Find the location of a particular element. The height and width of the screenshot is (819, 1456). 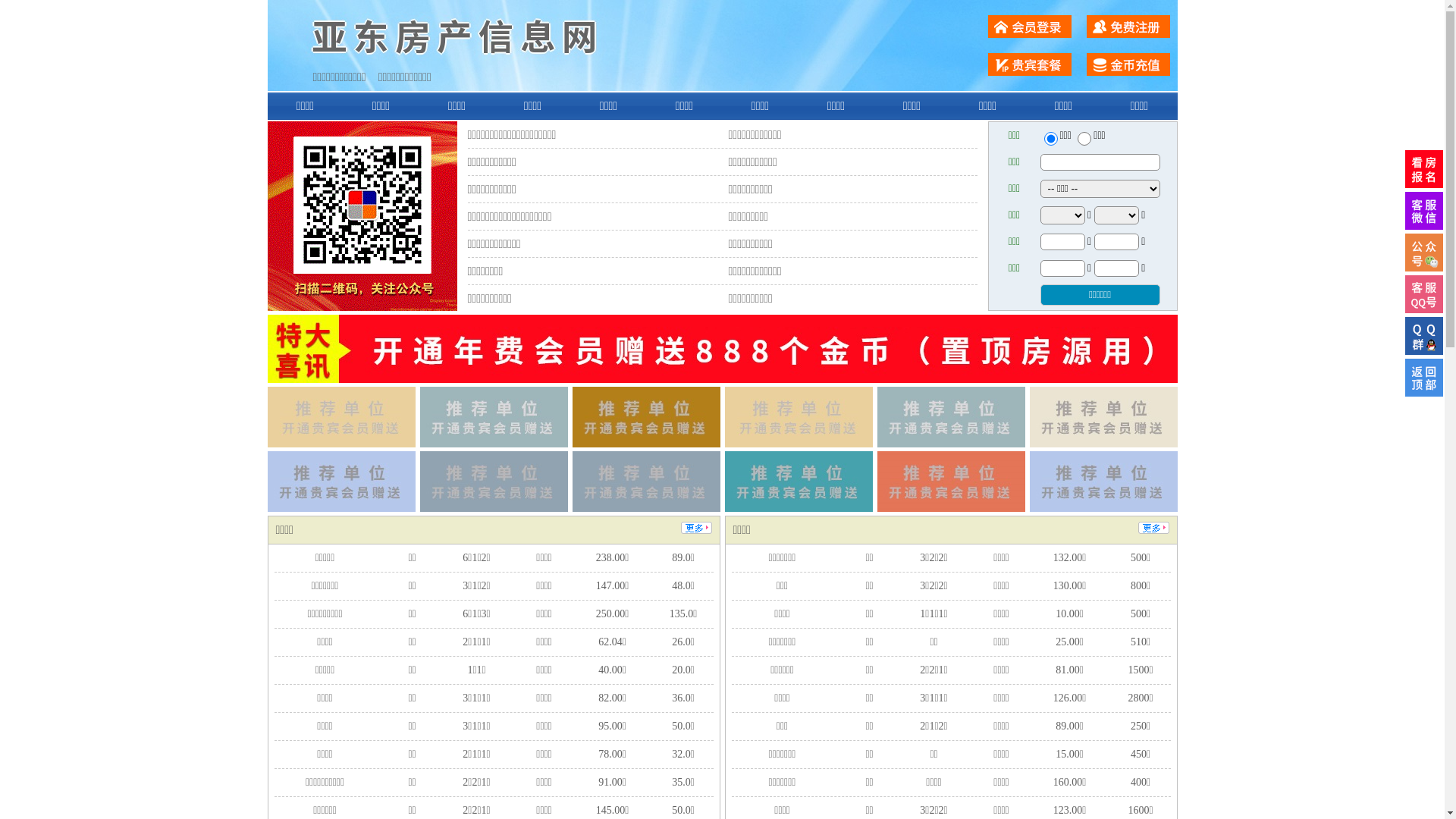

'ershou' is located at coordinates (1050, 138).